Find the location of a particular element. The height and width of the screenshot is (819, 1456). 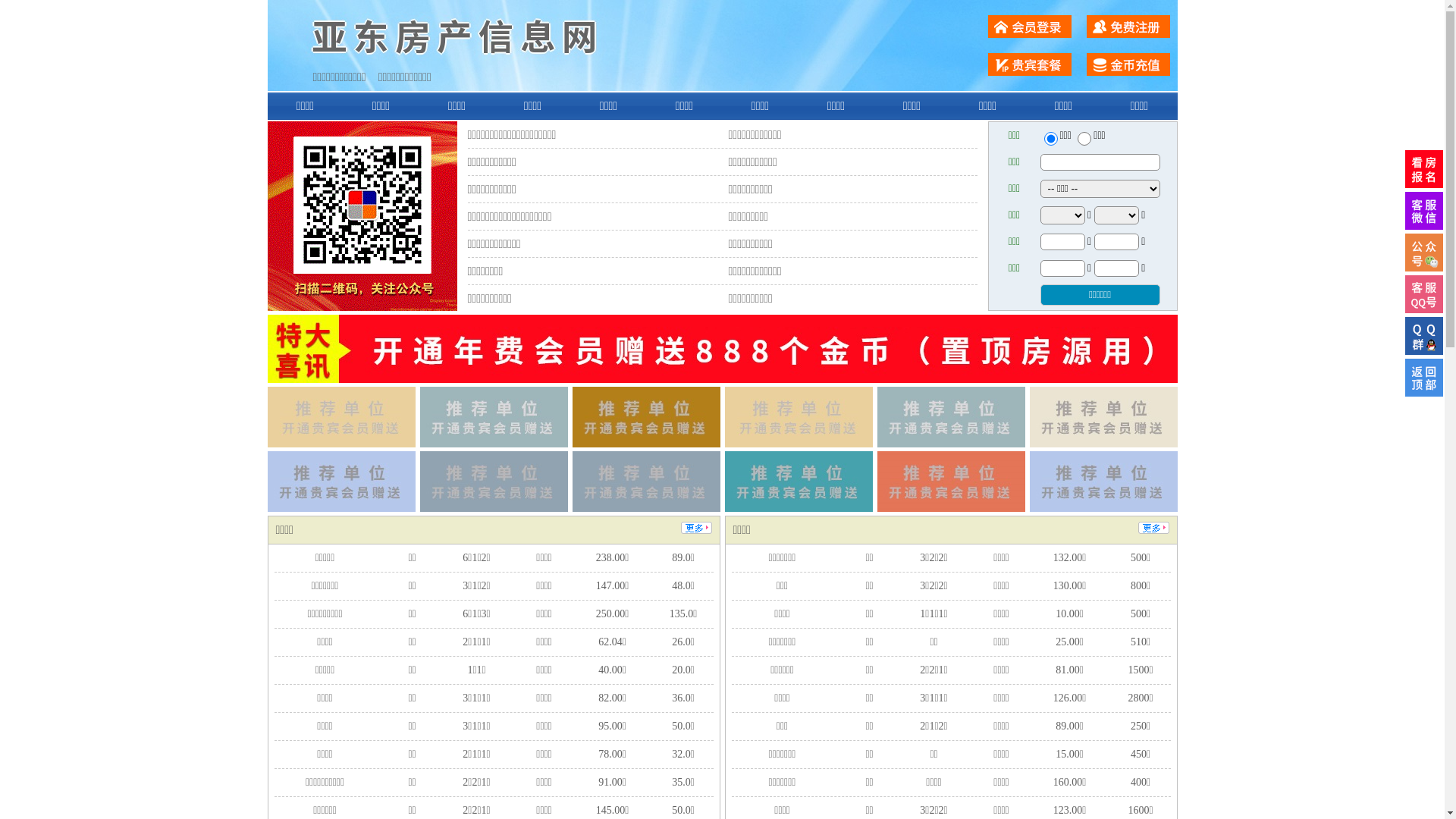

'ershou' is located at coordinates (1050, 138).